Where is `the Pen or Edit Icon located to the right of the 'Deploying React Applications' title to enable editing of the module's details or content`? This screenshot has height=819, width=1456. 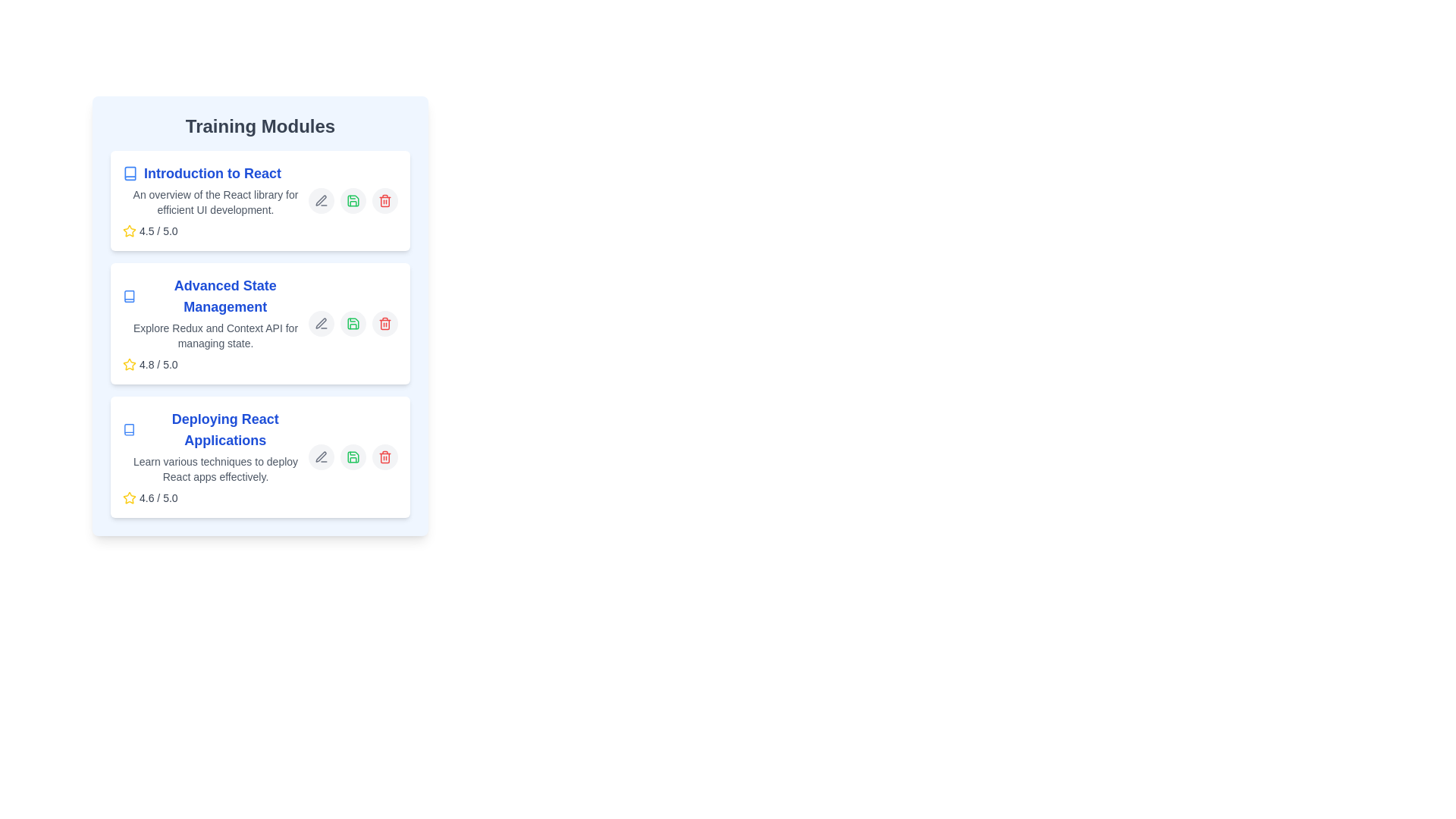
the Pen or Edit Icon located to the right of the 'Deploying React Applications' title to enable editing of the module's details or content is located at coordinates (320, 456).